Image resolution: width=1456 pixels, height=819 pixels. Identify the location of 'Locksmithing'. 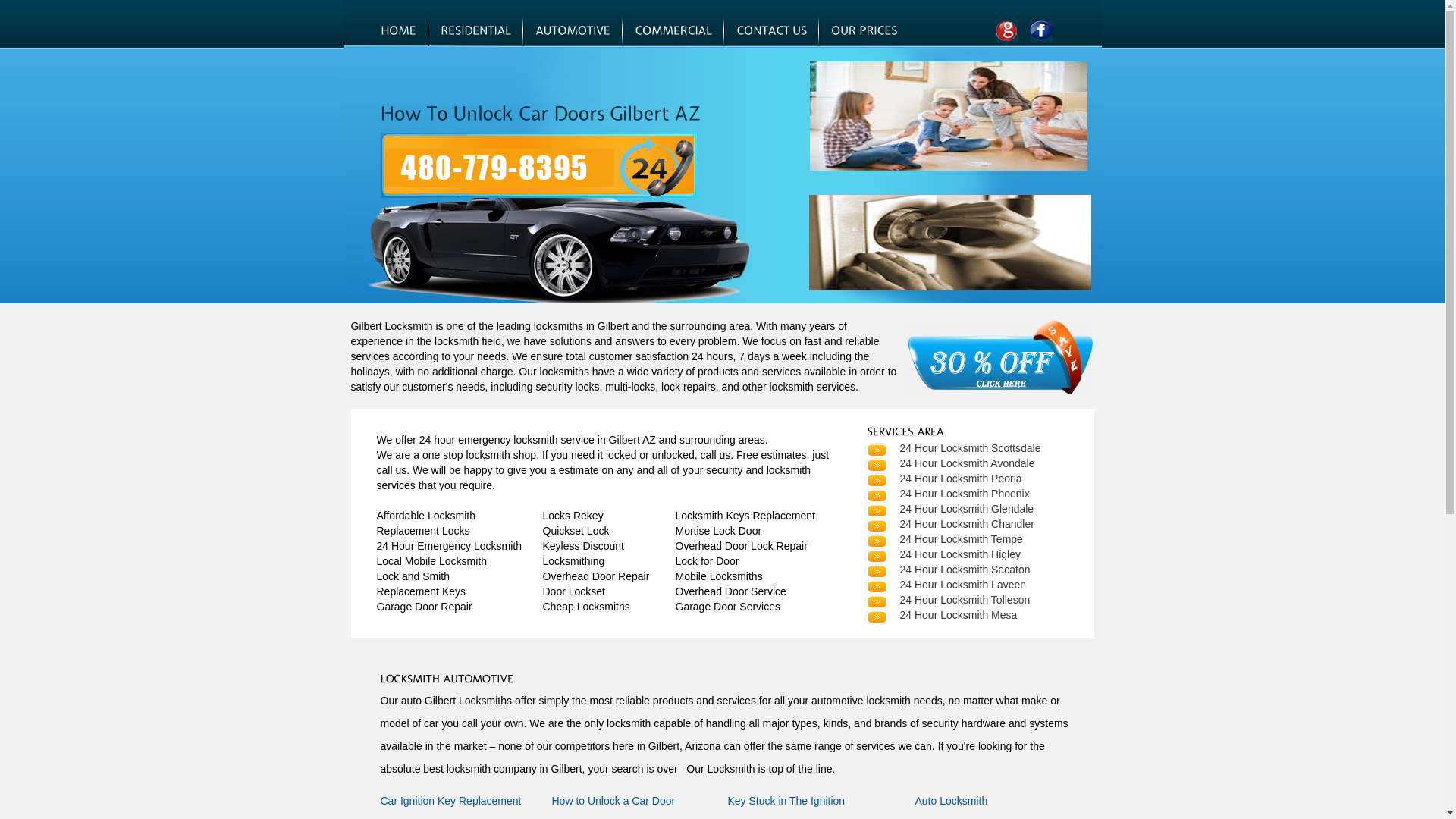
(573, 561).